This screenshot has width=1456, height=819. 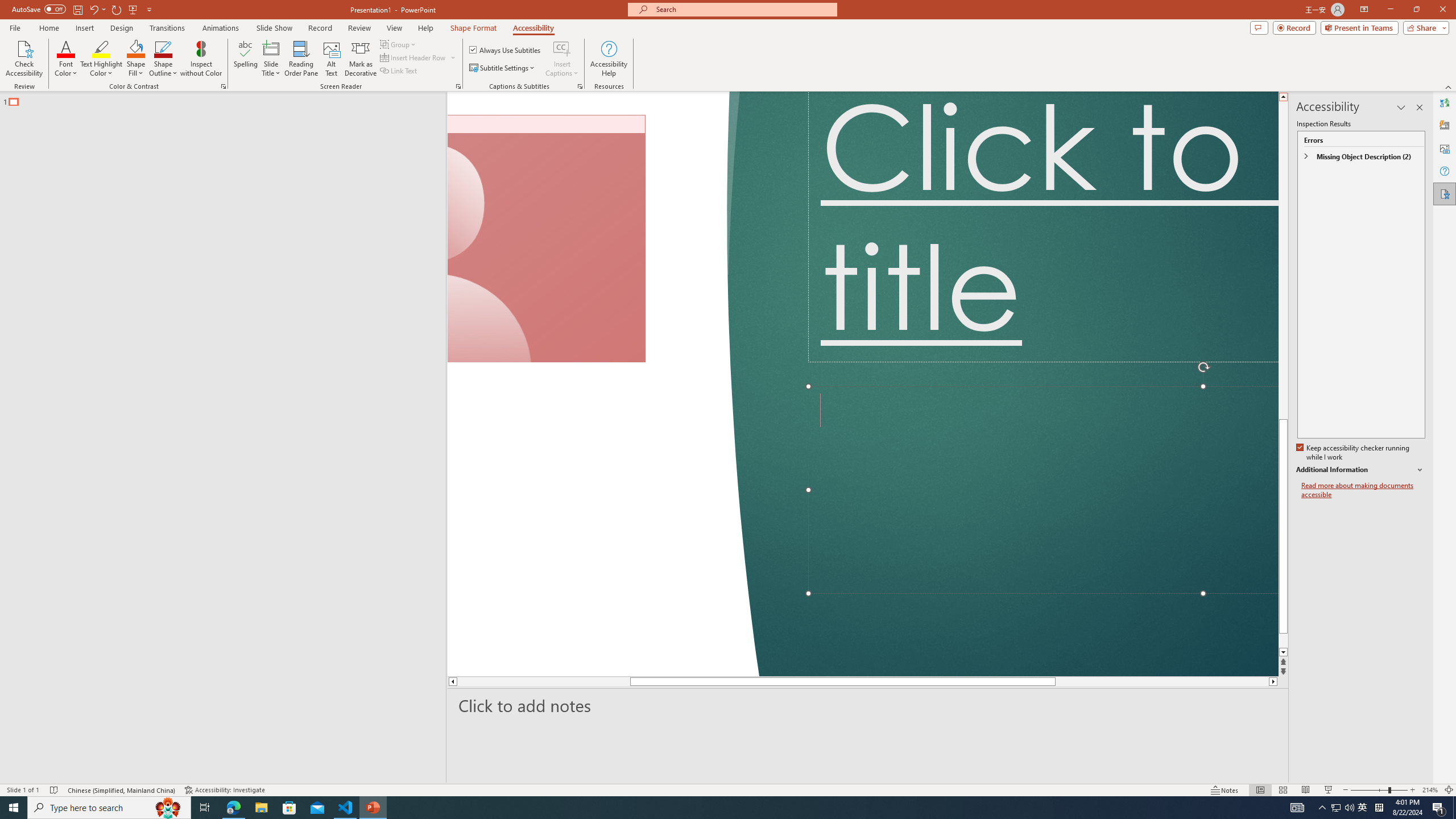 What do you see at coordinates (136, 48) in the screenshot?
I see `'Shape Fill Orange, Accent 2'` at bounding box center [136, 48].